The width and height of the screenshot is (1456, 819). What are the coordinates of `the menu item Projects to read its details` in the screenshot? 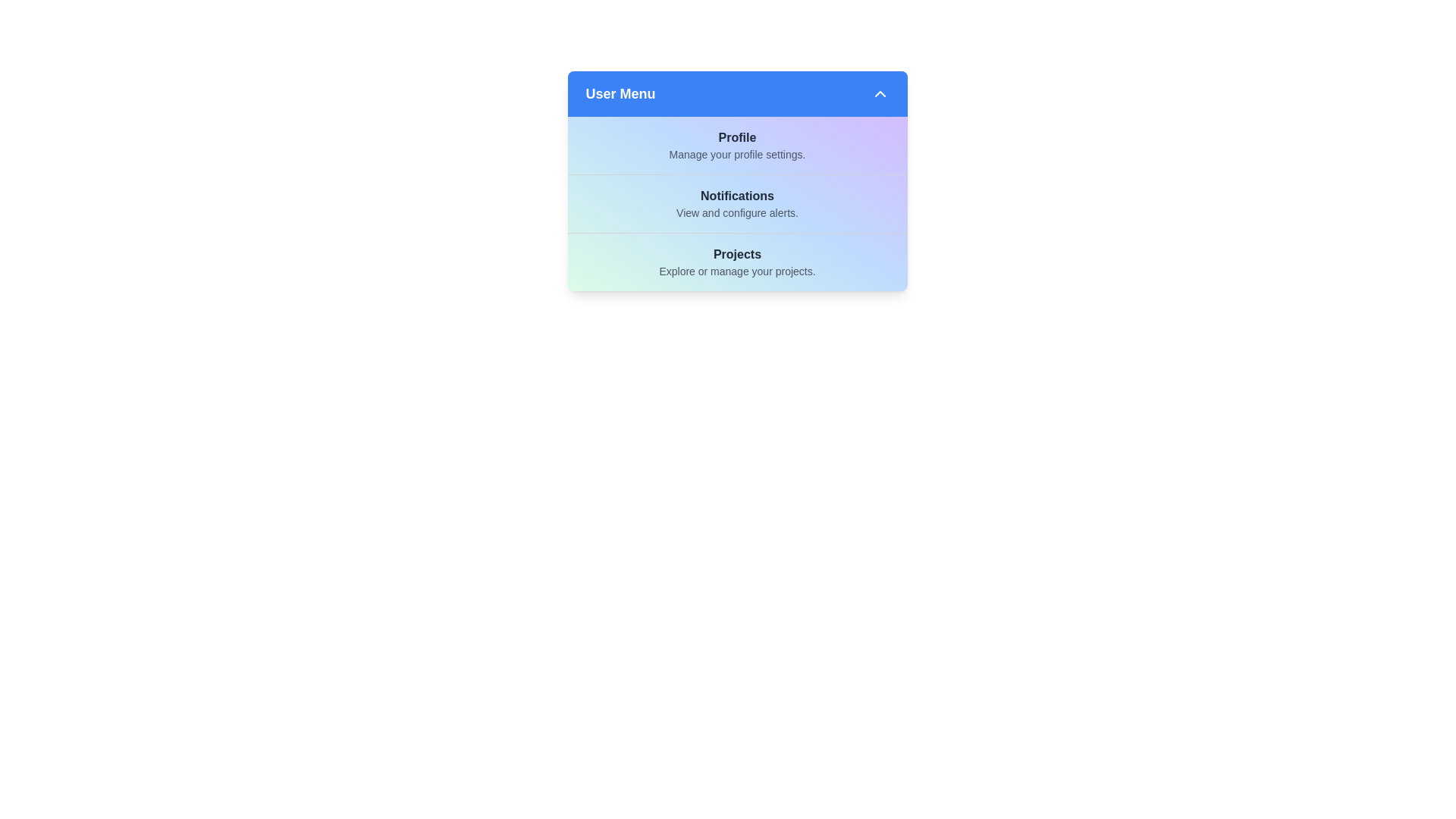 It's located at (737, 261).